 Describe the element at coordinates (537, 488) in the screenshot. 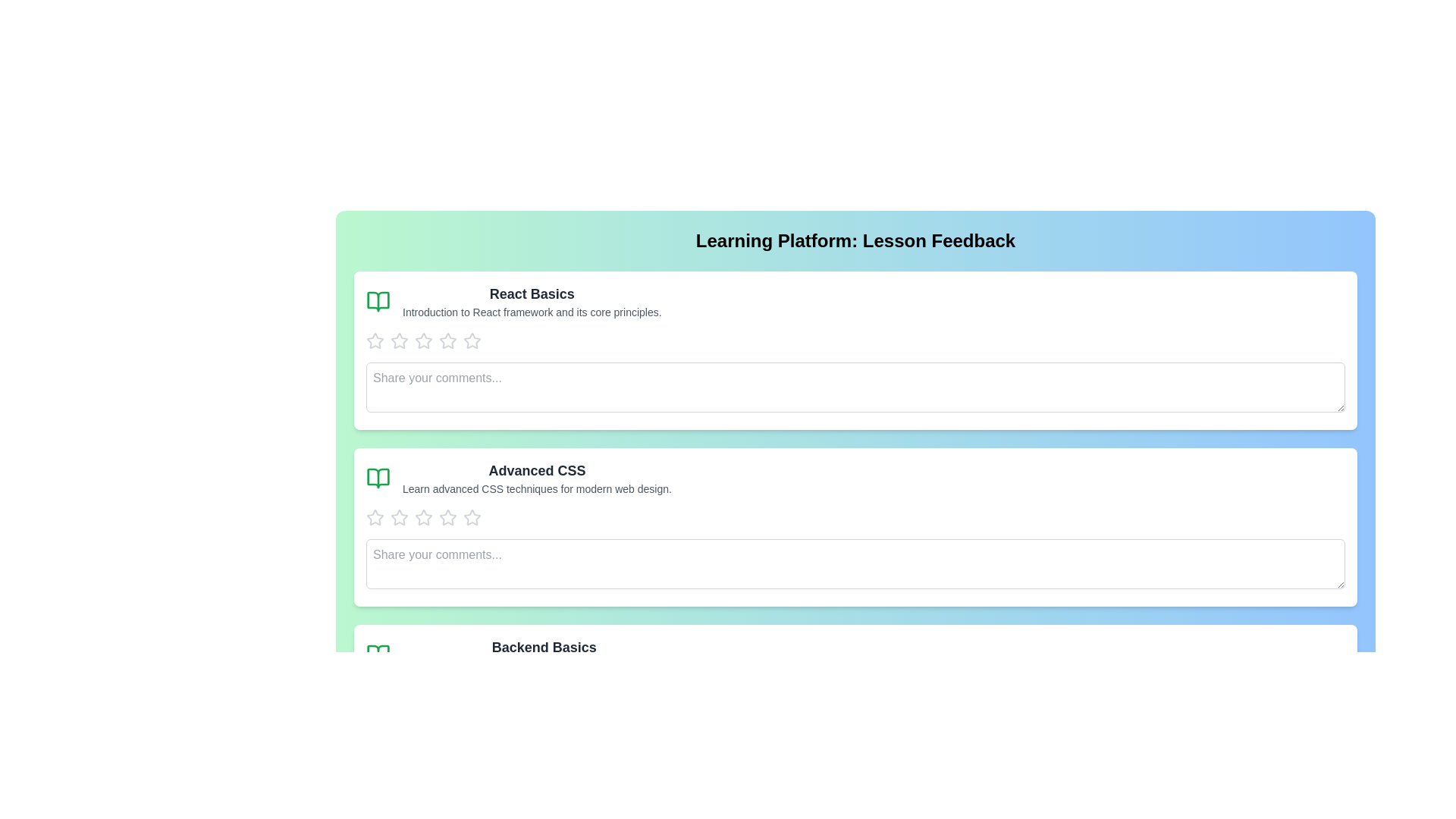

I see `the informative text that reads 'Learn advanced CSS techniques for modern web design.' which is styled with a small font size and gray color, positioned below the title 'Advanced CSS.'` at that location.